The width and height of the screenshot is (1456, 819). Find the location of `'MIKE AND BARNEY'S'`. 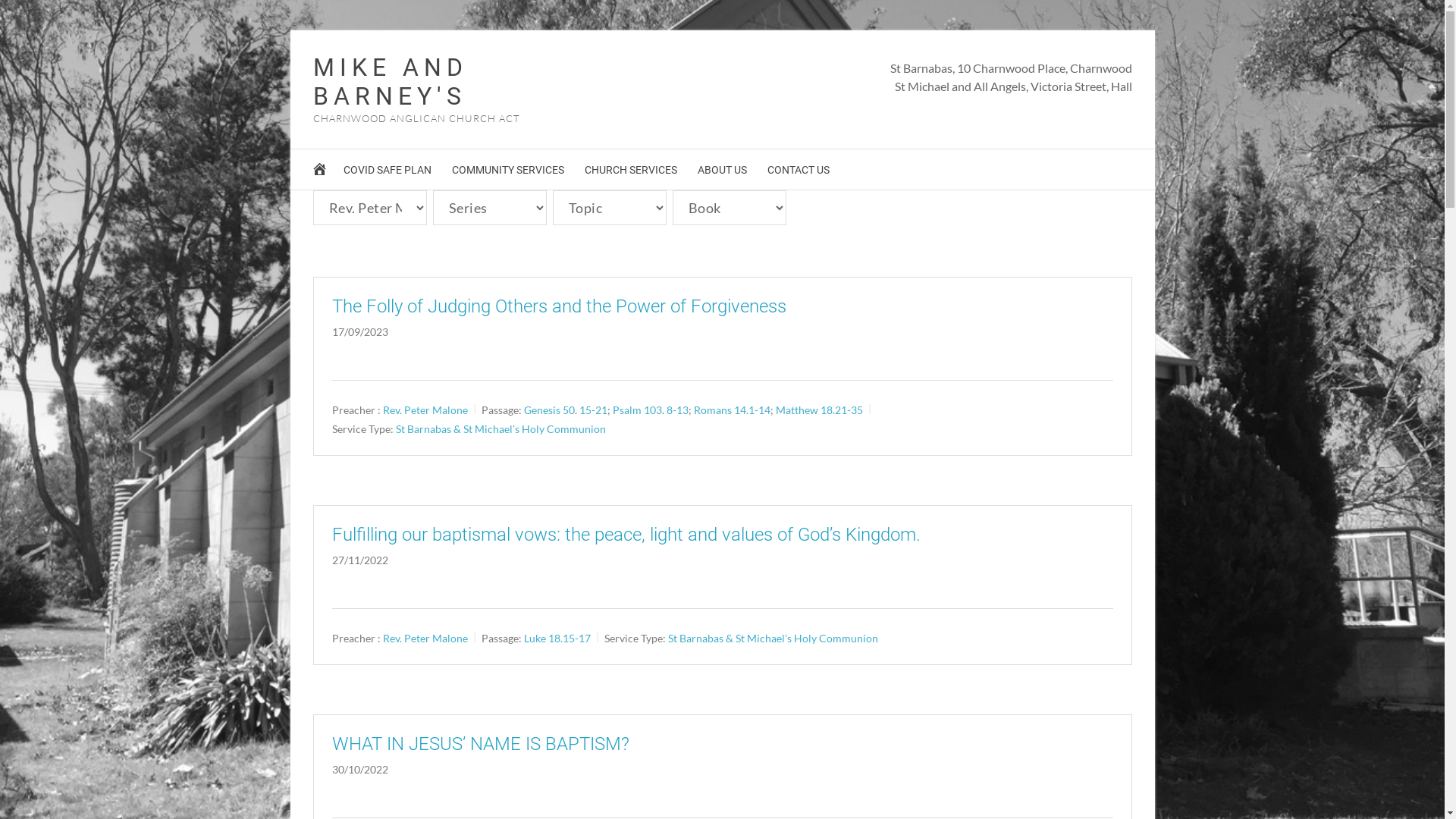

'MIKE AND BARNEY'S' is located at coordinates (389, 82).